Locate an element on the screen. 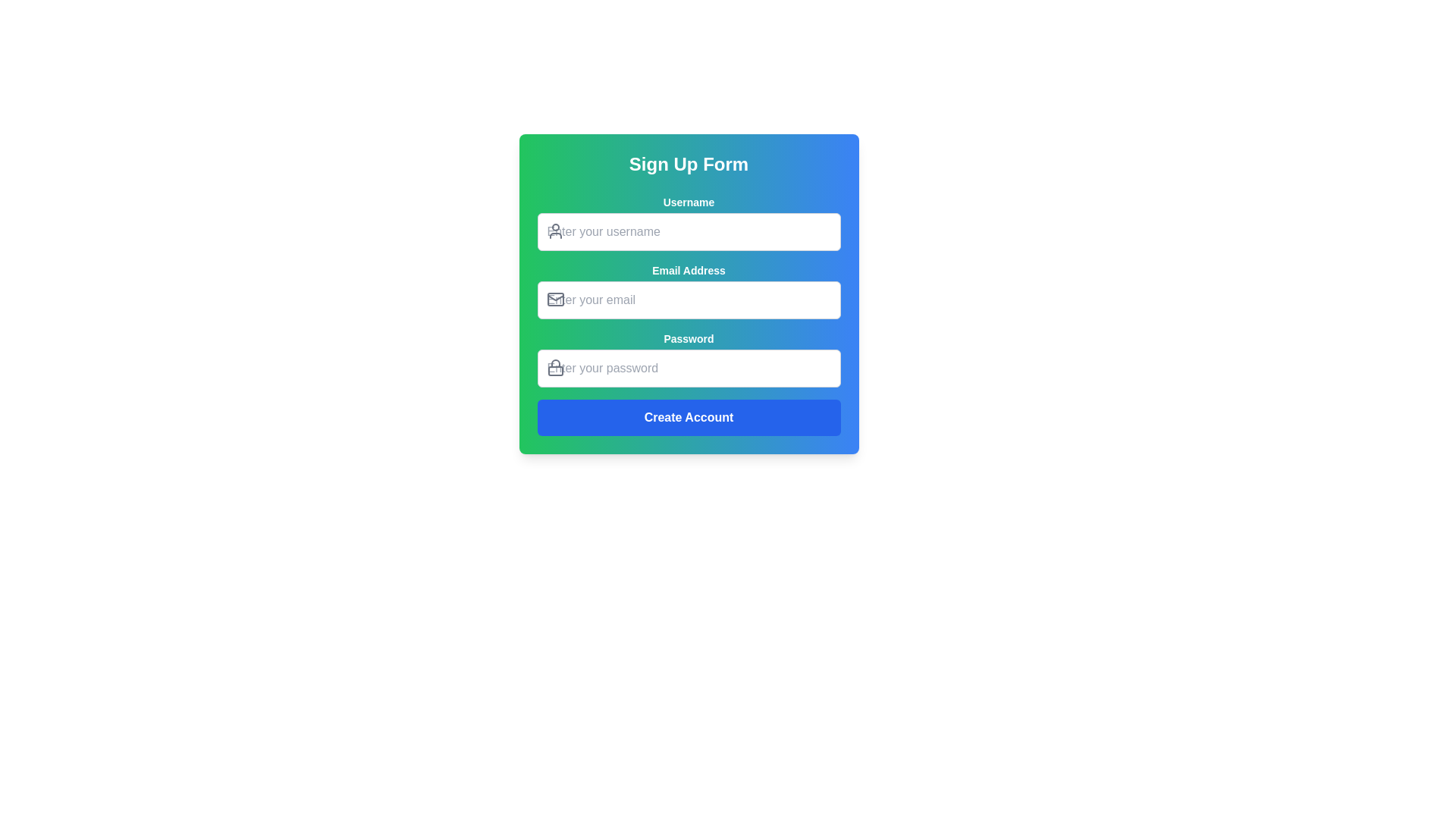 This screenshot has height=819, width=1456. the lock icon representing password security, which is positioned to the left of the 'Password' input field in the sign-up form is located at coordinates (554, 363).